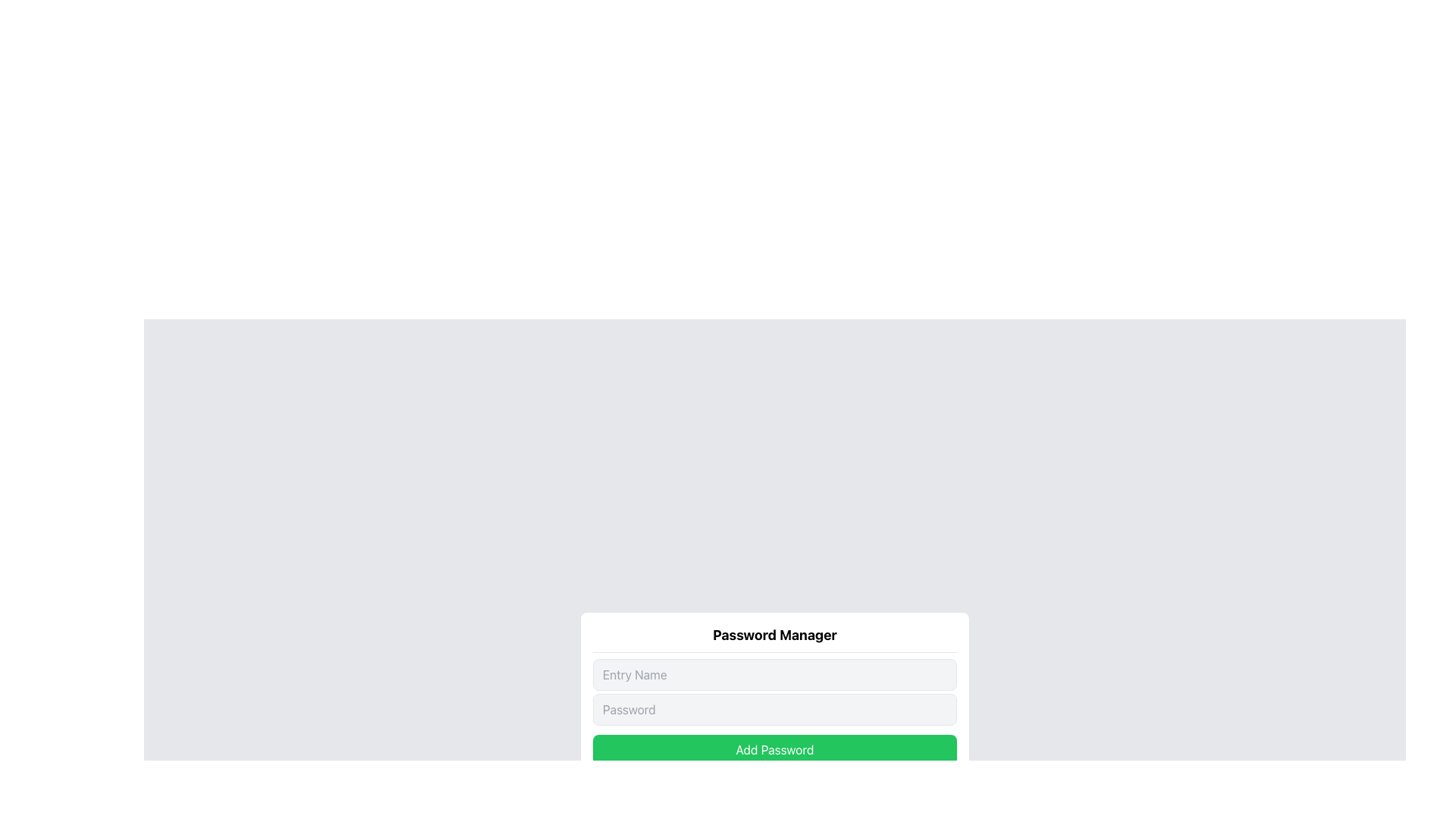 This screenshot has width=1456, height=819. What do you see at coordinates (775, 691) in the screenshot?
I see `the input field in the Vertical Stack of Input Fields of the Password Manager interface for interaction` at bounding box center [775, 691].